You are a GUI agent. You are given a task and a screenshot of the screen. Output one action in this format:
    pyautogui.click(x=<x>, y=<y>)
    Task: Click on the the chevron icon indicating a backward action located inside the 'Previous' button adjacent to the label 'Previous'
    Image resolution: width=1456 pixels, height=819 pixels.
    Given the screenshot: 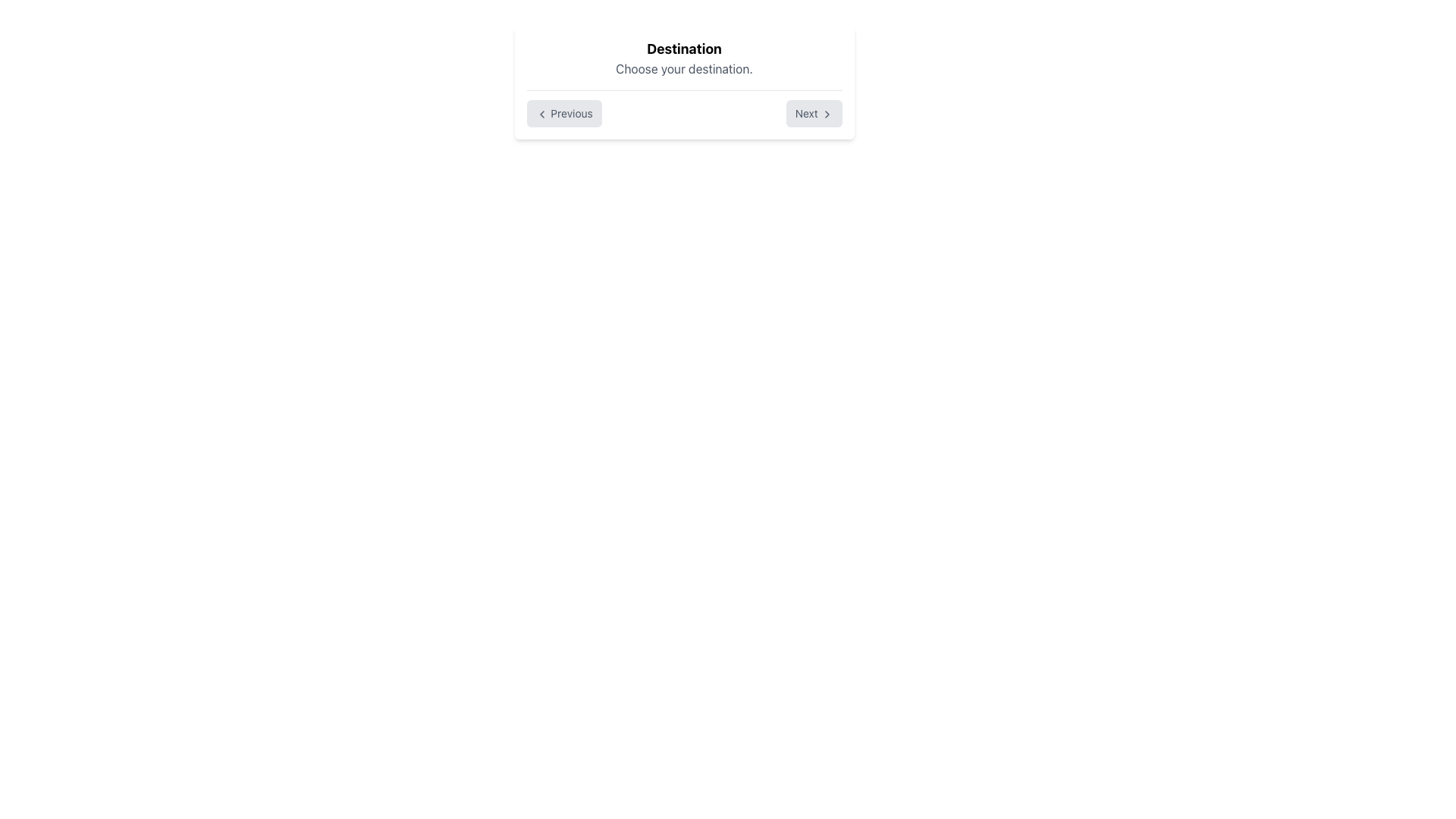 What is the action you would take?
    pyautogui.click(x=541, y=114)
    